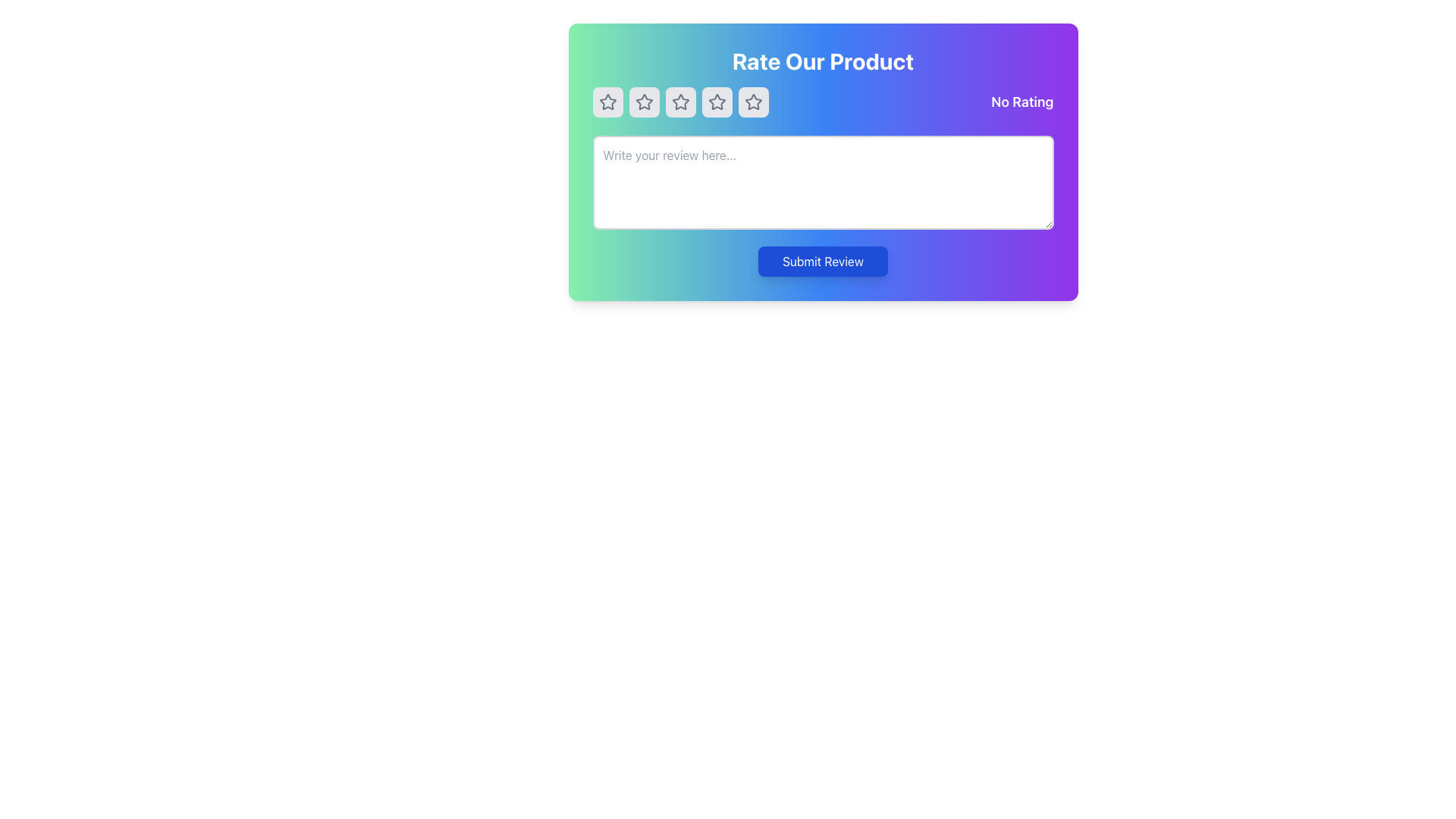 The height and width of the screenshot is (819, 1456). Describe the element at coordinates (644, 102) in the screenshot. I see `the second star icon in the rating system located under the text 'Rate Our Product' and above the text input field` at that location.